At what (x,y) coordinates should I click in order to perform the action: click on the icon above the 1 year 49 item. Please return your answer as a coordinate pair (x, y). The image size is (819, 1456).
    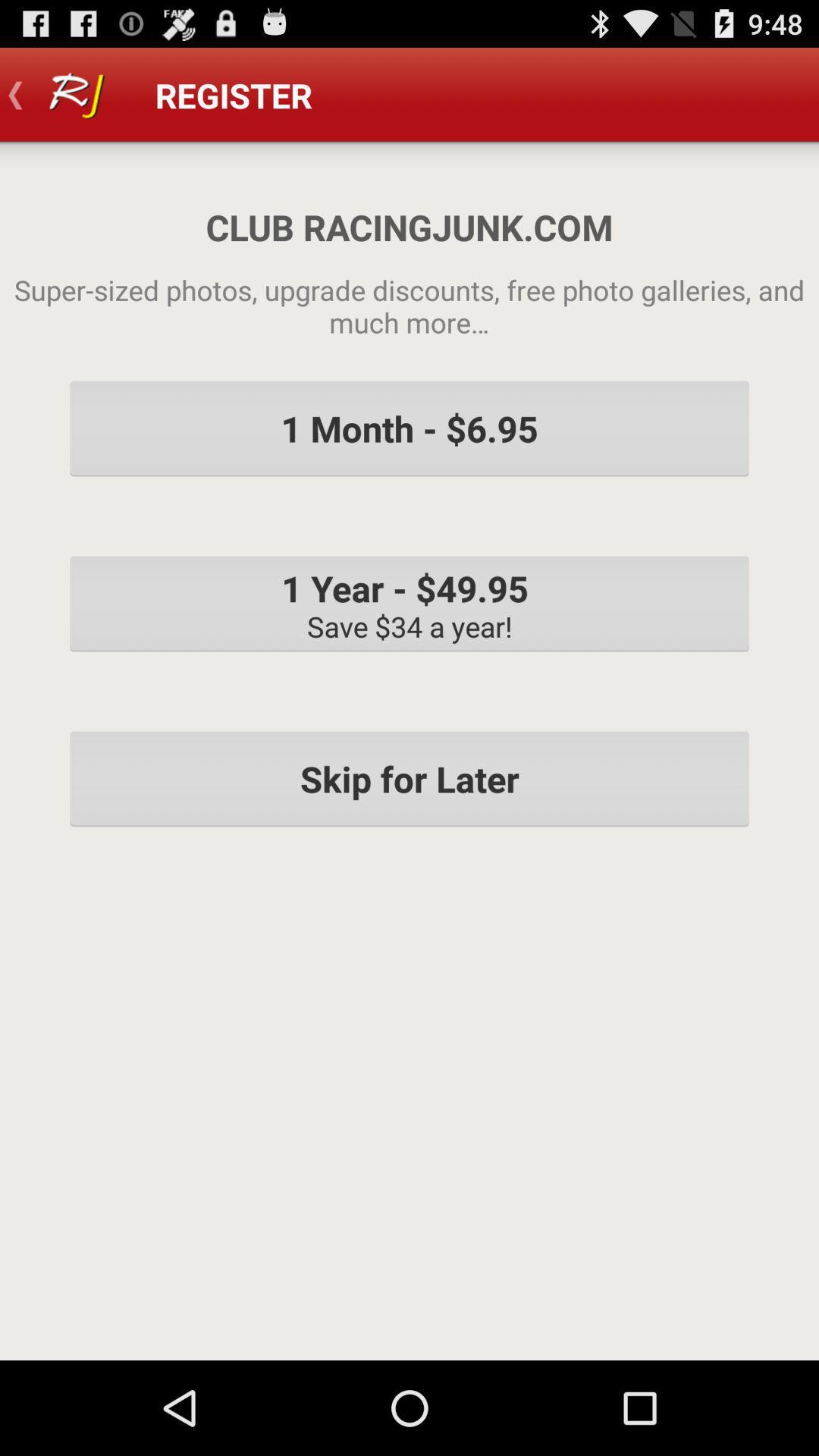
    Looking at the image, I should click on (409, 428).